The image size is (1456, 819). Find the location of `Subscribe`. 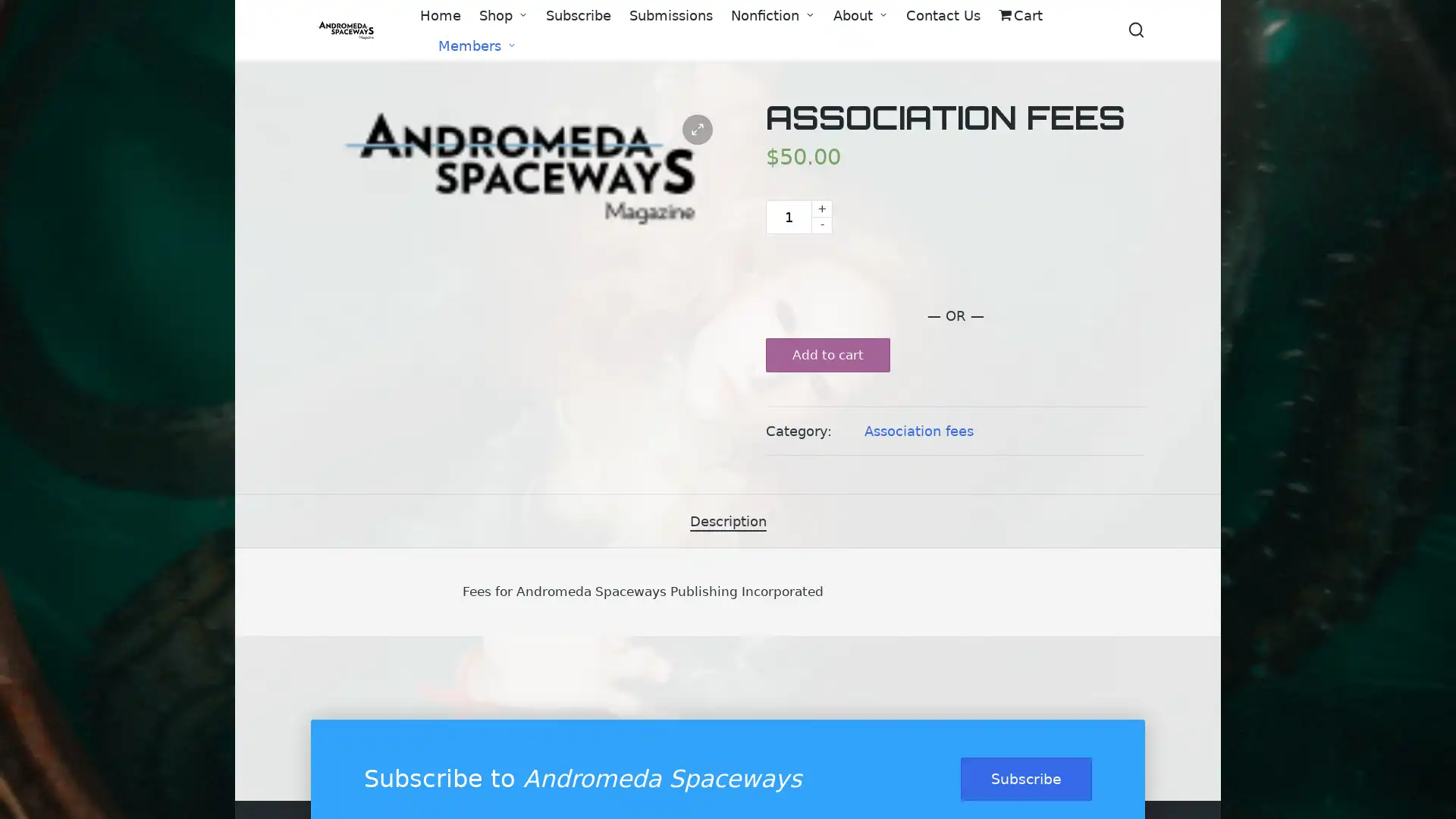

Subscribe is located at coordinates (1026, 778).